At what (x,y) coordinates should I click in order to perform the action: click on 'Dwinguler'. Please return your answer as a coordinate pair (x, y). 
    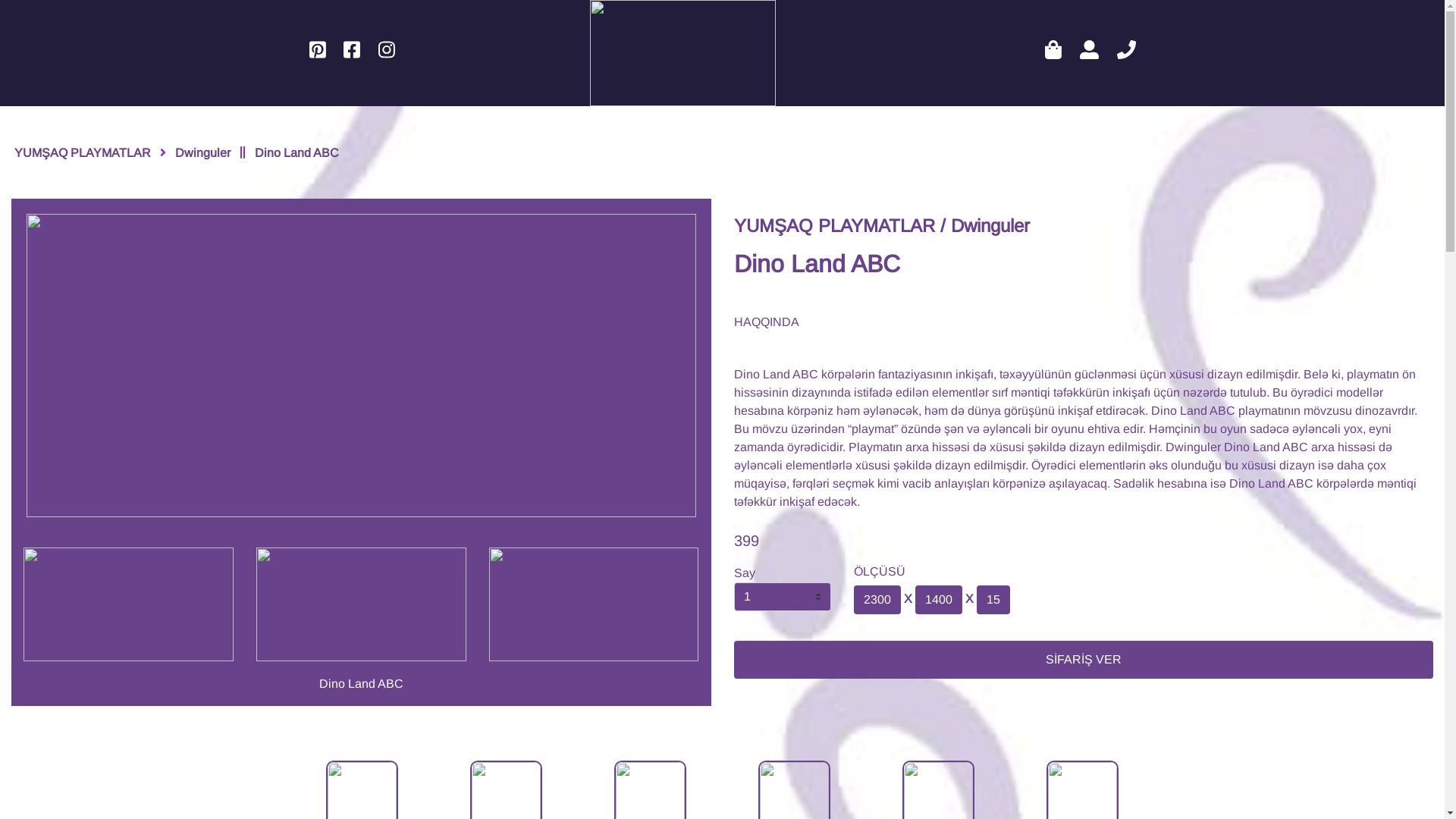
    Looking at the image, I should click on (202, 133).